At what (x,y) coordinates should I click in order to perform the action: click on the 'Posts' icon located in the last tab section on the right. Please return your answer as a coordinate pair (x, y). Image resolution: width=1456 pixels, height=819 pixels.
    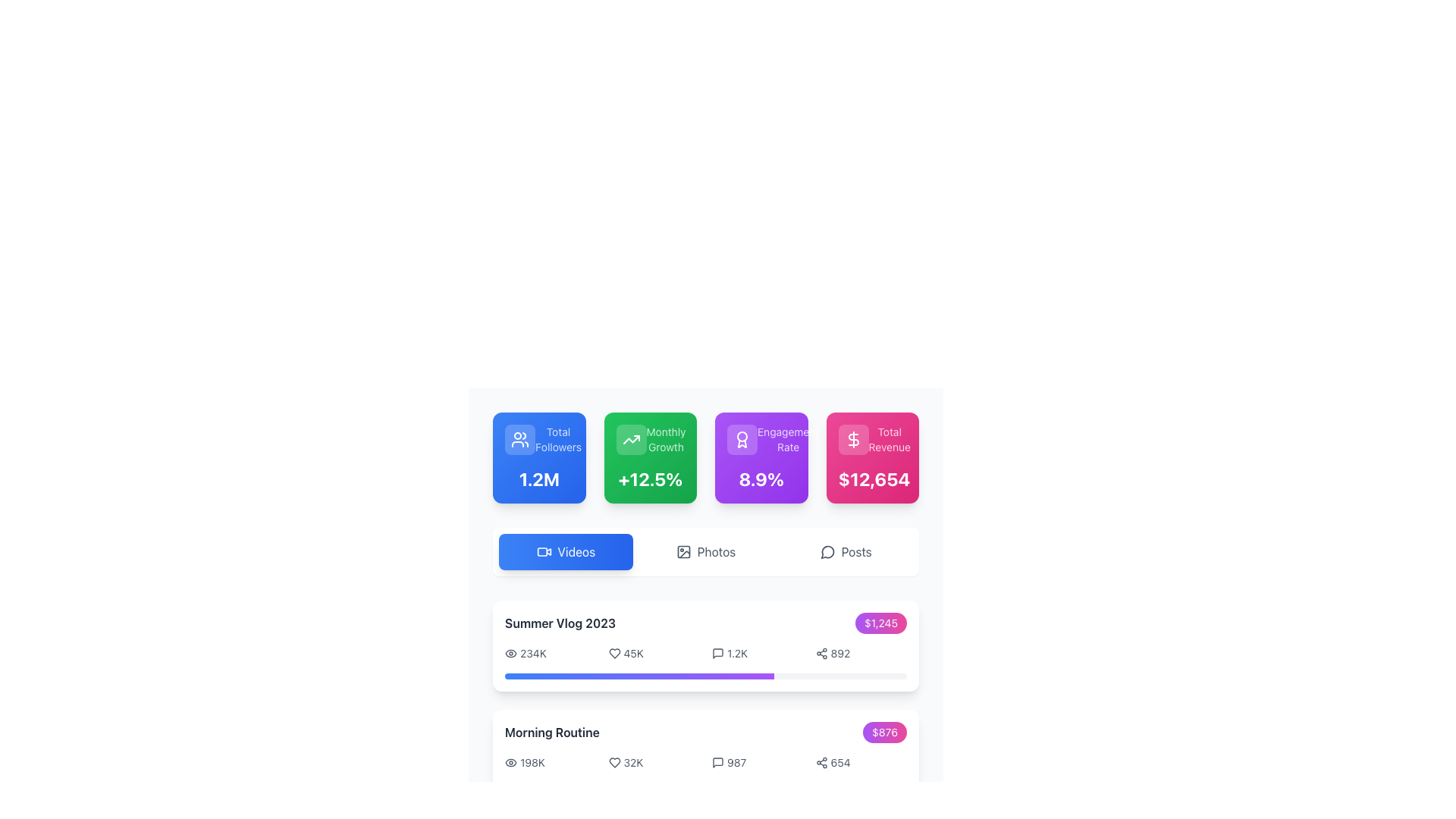
    Looking at the image, I should click on (827, 552).